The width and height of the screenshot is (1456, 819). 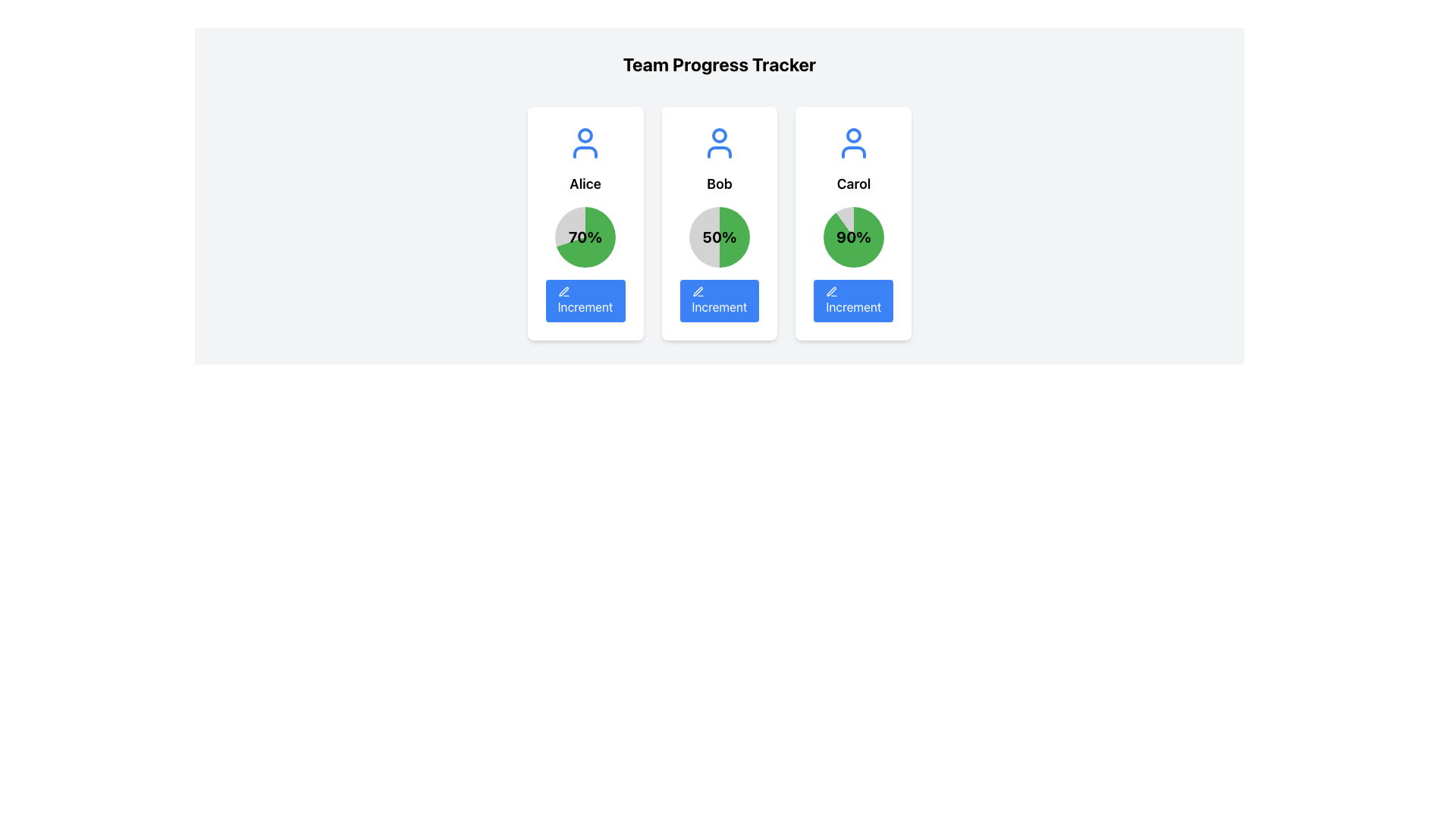 I want to click on the second circular progress indicator with a green and gray gradient fill, displaying '50%' in the center, located in the middle card below the name 'Bob' and above the 'Increment' button, so click(x=719, y=237).